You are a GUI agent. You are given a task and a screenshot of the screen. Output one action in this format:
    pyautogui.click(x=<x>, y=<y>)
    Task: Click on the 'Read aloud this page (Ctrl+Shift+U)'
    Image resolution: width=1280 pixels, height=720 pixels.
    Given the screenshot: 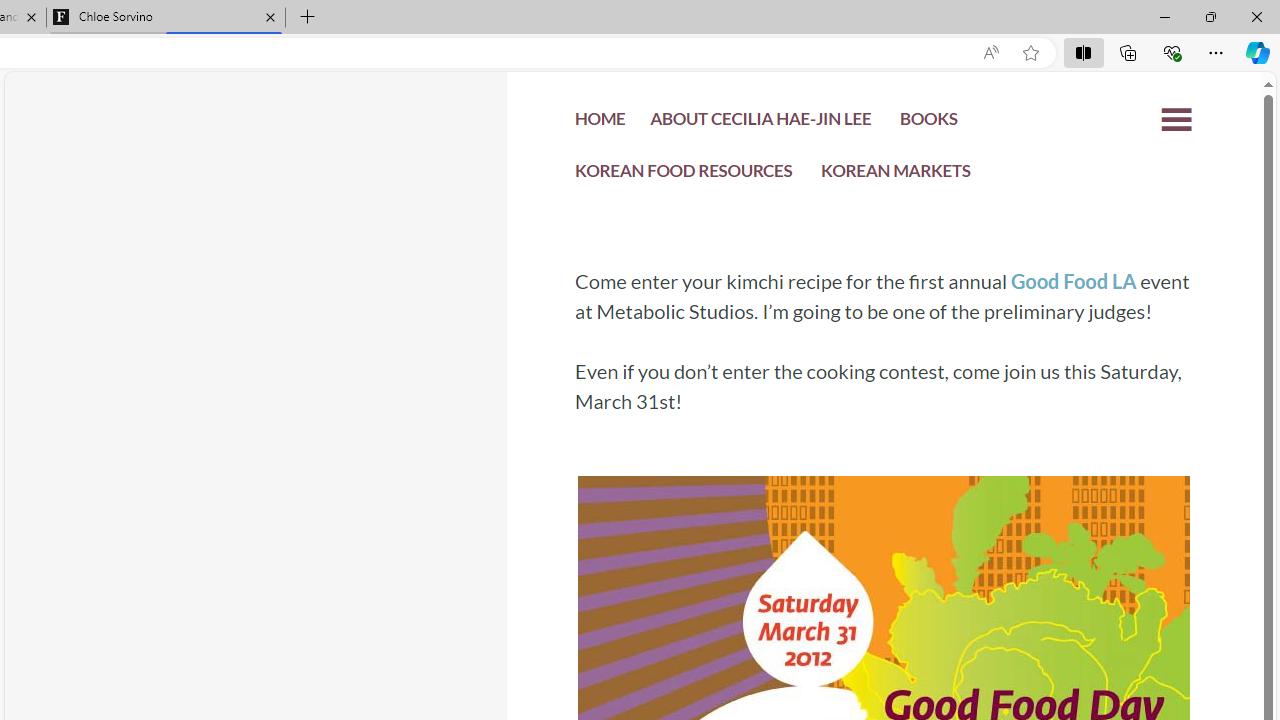 What is the action you would take?
    pyautogui.click(x=991, y=52)
    